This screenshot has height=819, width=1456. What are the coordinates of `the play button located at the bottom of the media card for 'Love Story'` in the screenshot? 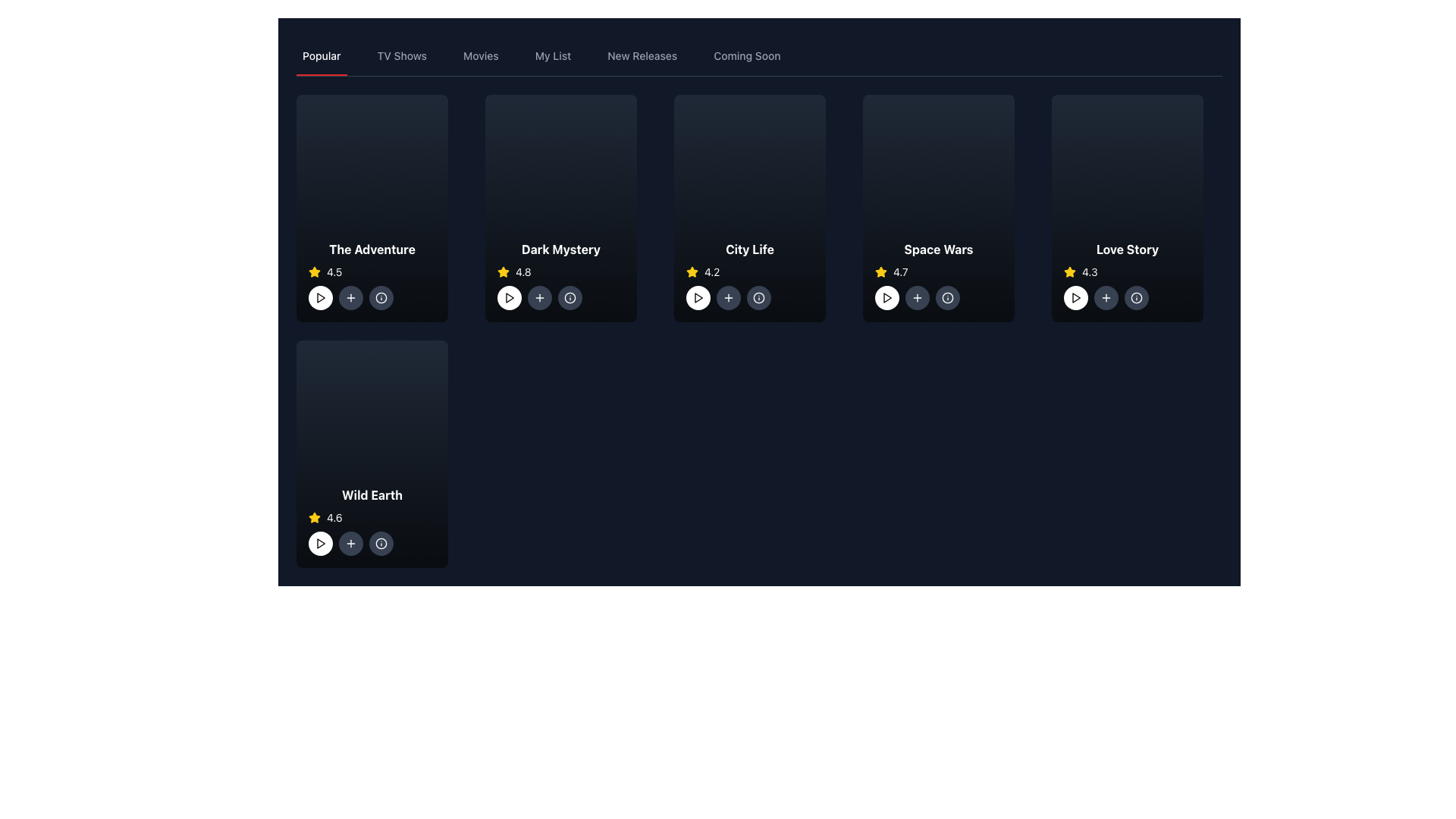 It's located at (1075, 298).